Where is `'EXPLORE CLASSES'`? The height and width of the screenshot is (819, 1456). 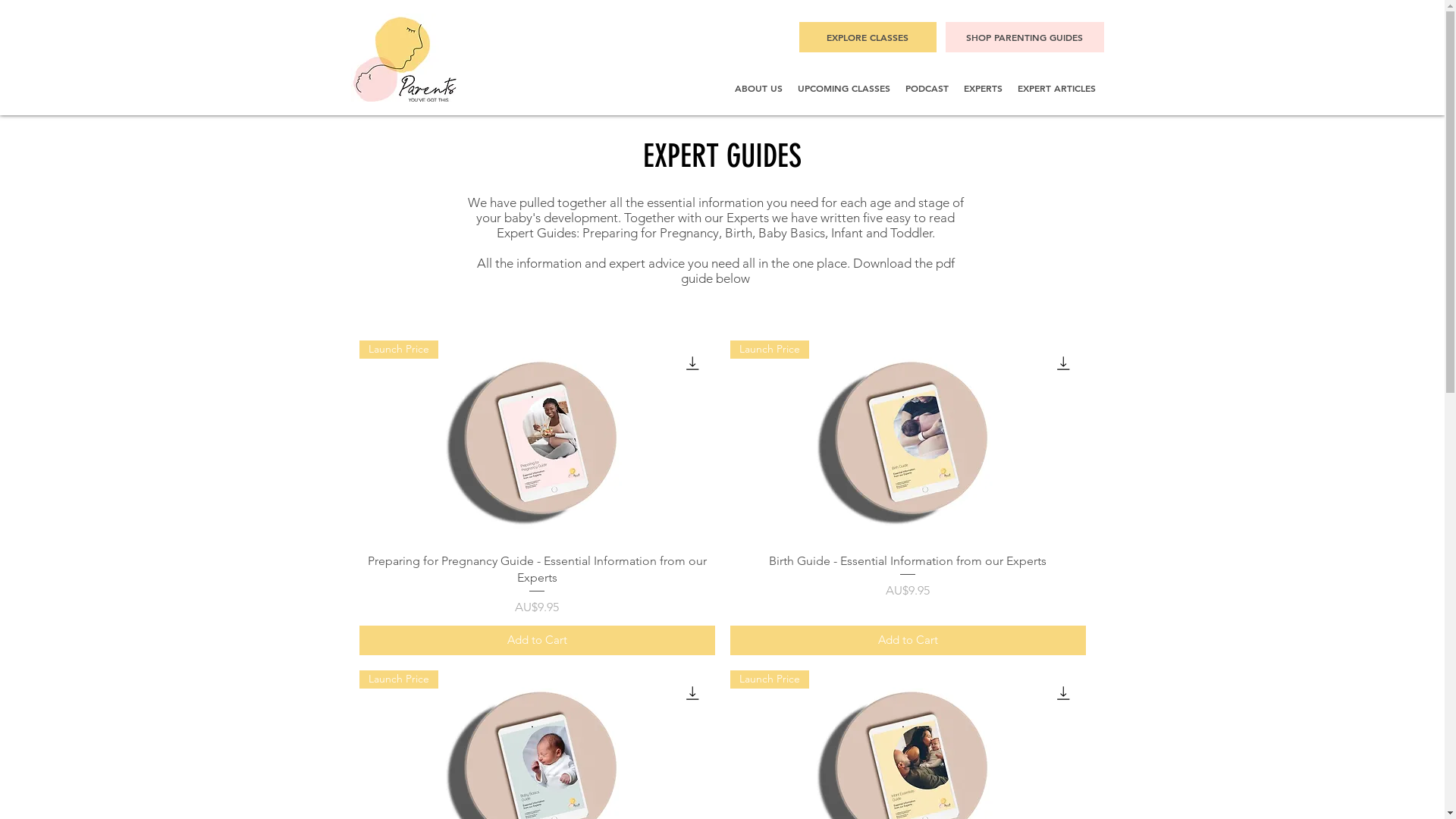 'EXPLORE CLASSES' is located at coordinates (799, 36).